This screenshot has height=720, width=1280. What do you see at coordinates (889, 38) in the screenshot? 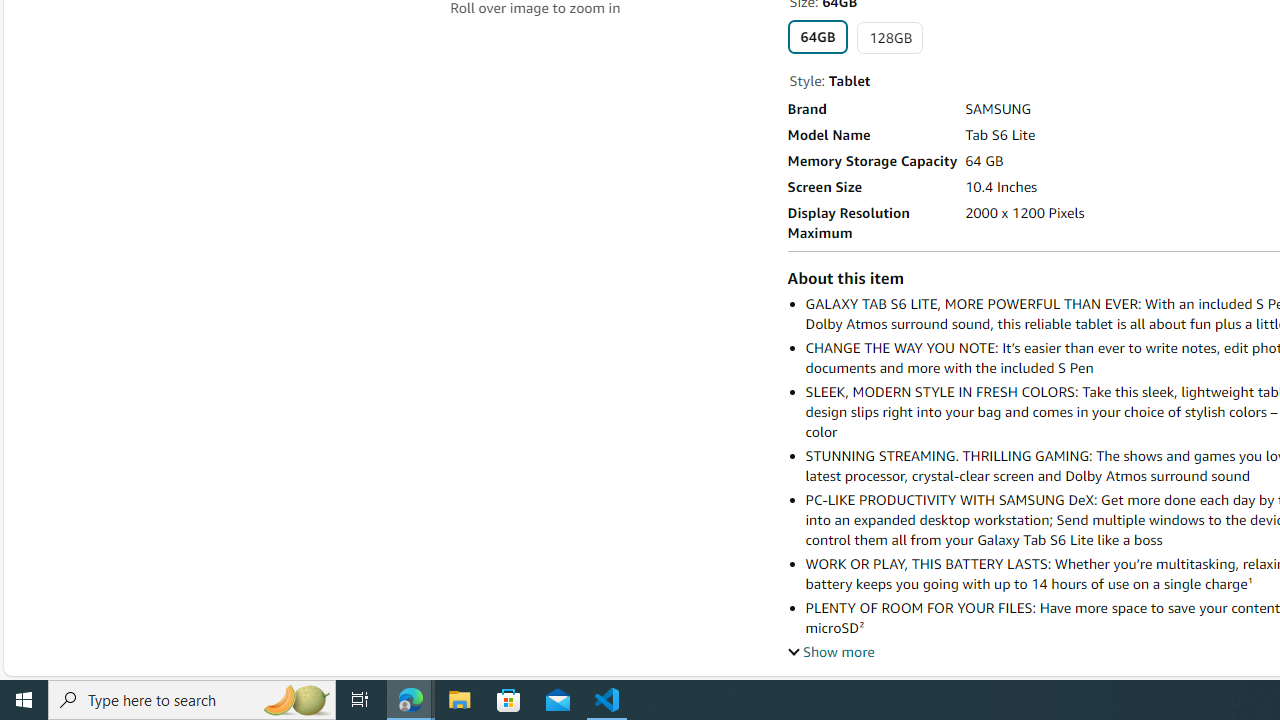
I see `'128GB'` at bounding box center [889, 38].